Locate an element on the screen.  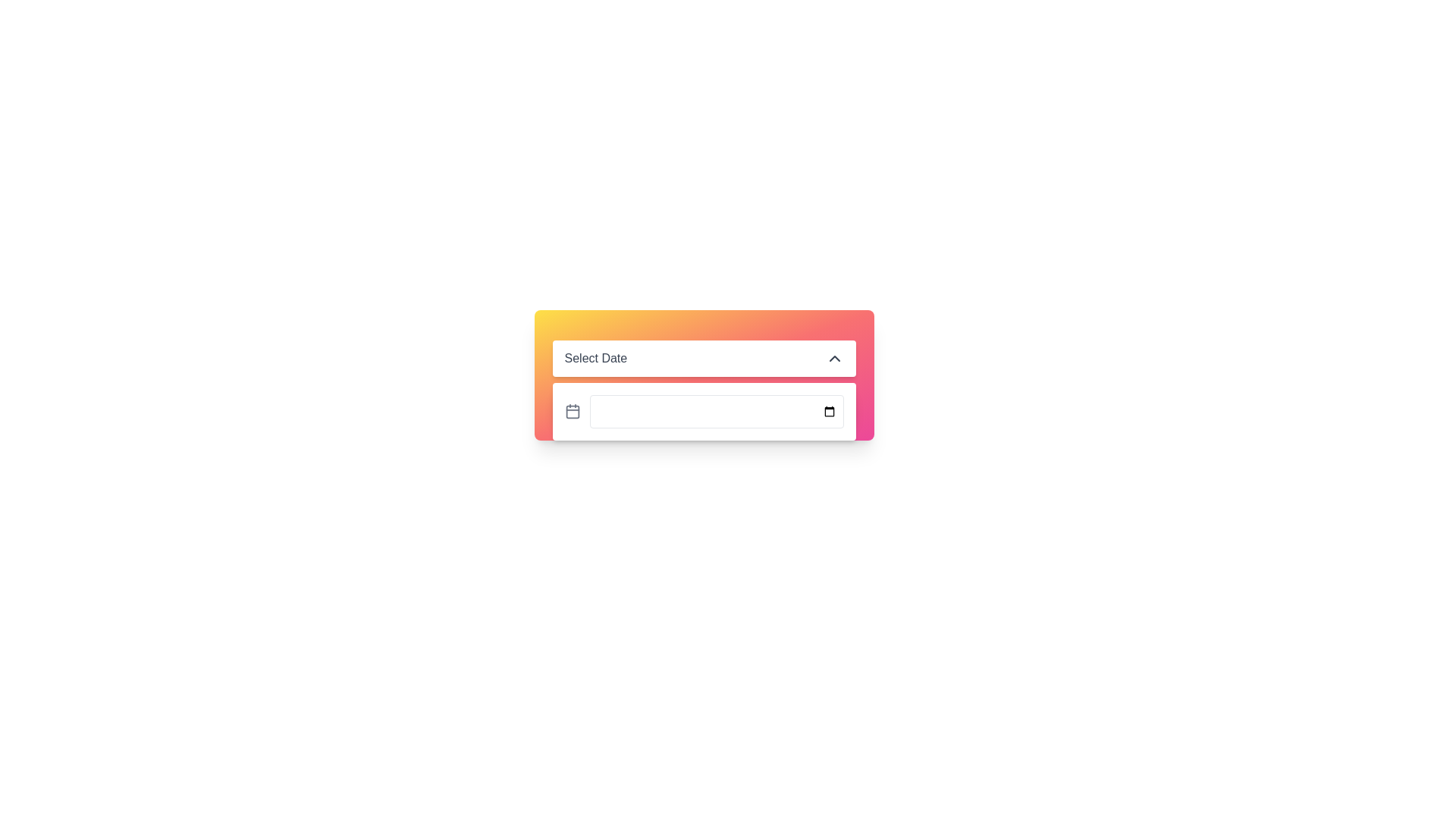
the calendar icon in the date selection panel is located at coordinates (703, 375).